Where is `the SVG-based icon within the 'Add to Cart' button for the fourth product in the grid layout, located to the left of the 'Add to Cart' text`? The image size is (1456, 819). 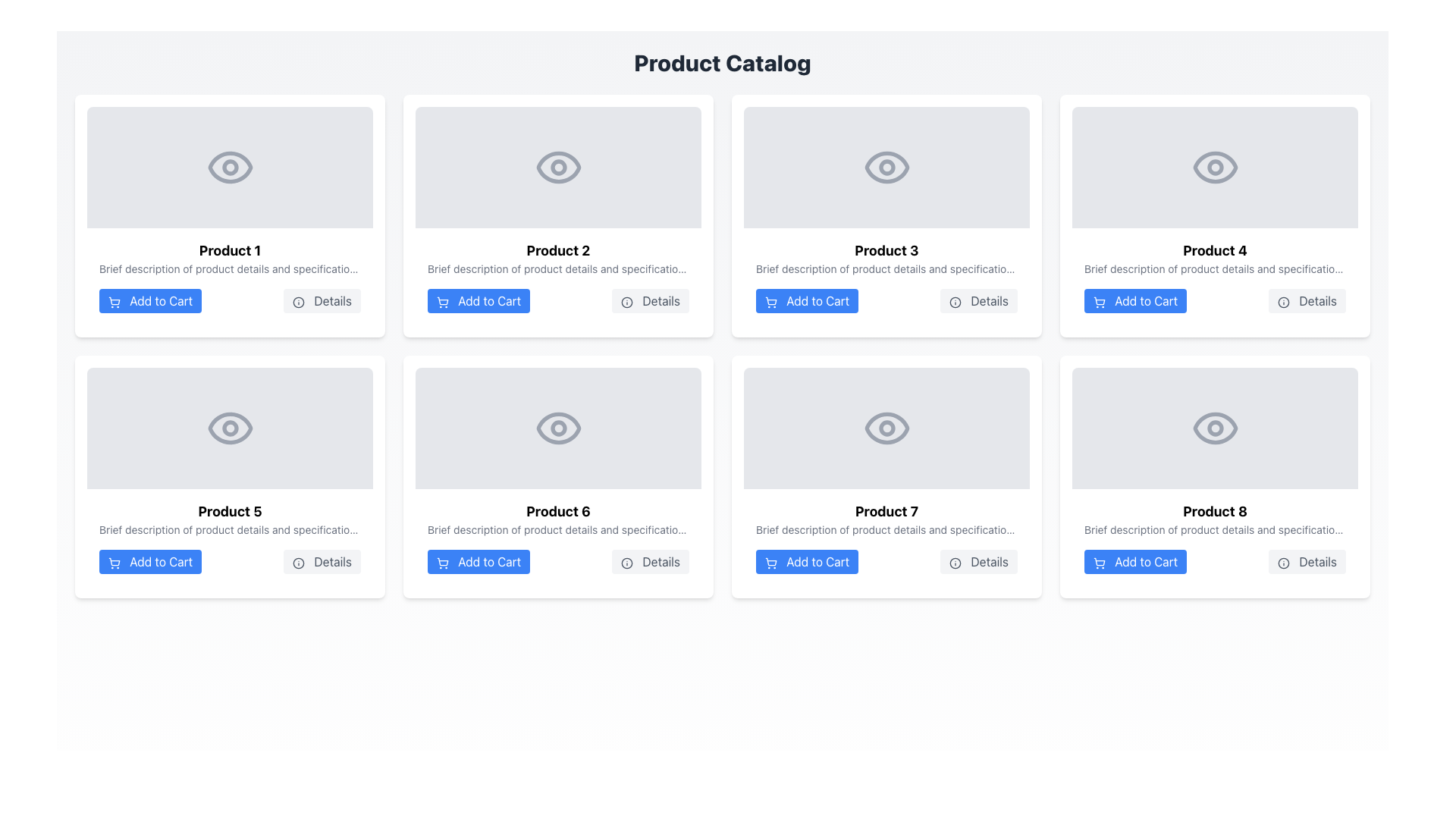
the SVG-based icon within the 'Add to Cart' button for the fourth product in the grid layout, located to the left of the 'Add to Cart' text is located at coordinates (1099, 301).